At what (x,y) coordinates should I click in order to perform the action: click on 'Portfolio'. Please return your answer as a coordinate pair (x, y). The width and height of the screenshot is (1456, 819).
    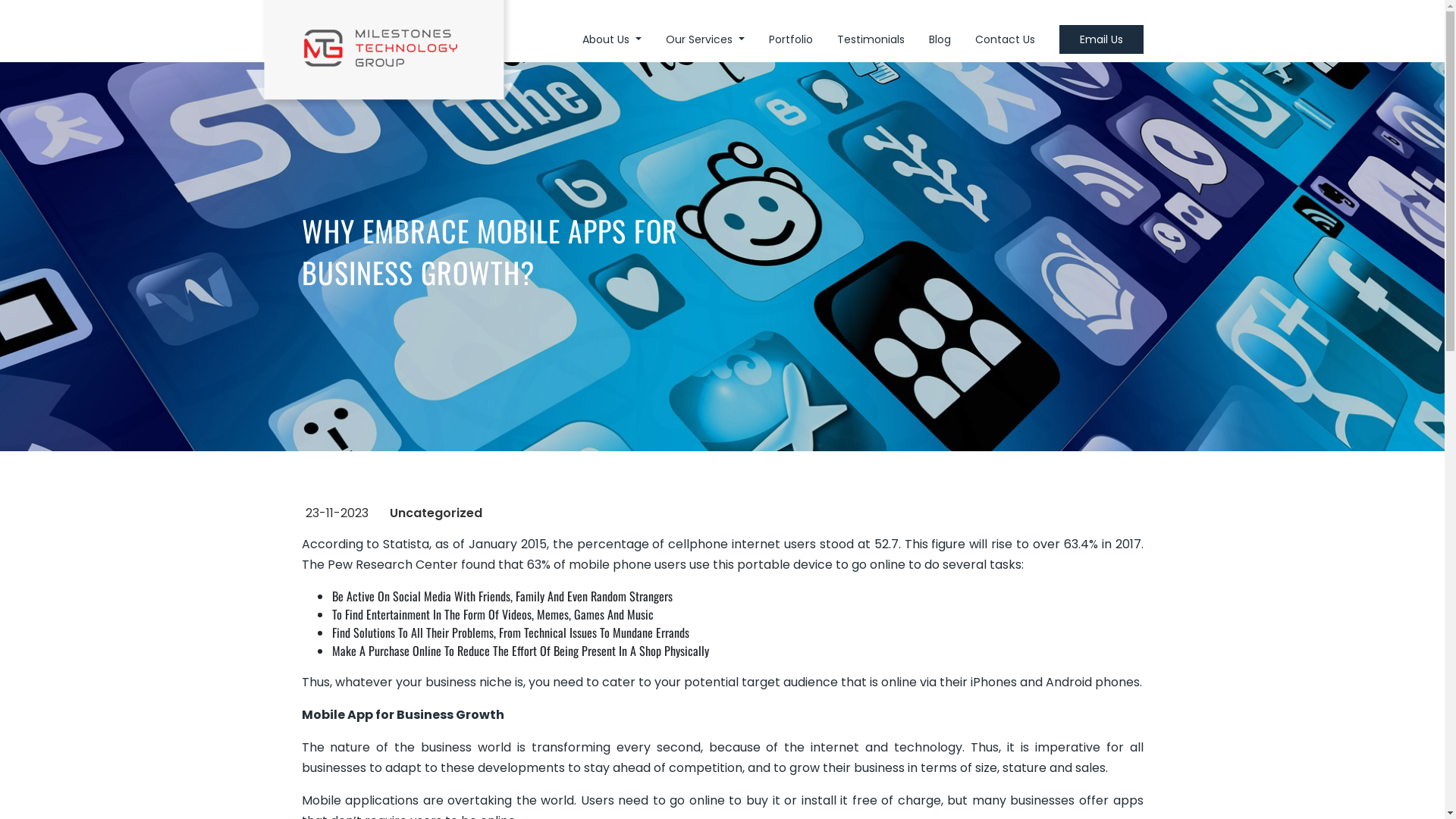
    Looking at the image, I should click on (789, 38).